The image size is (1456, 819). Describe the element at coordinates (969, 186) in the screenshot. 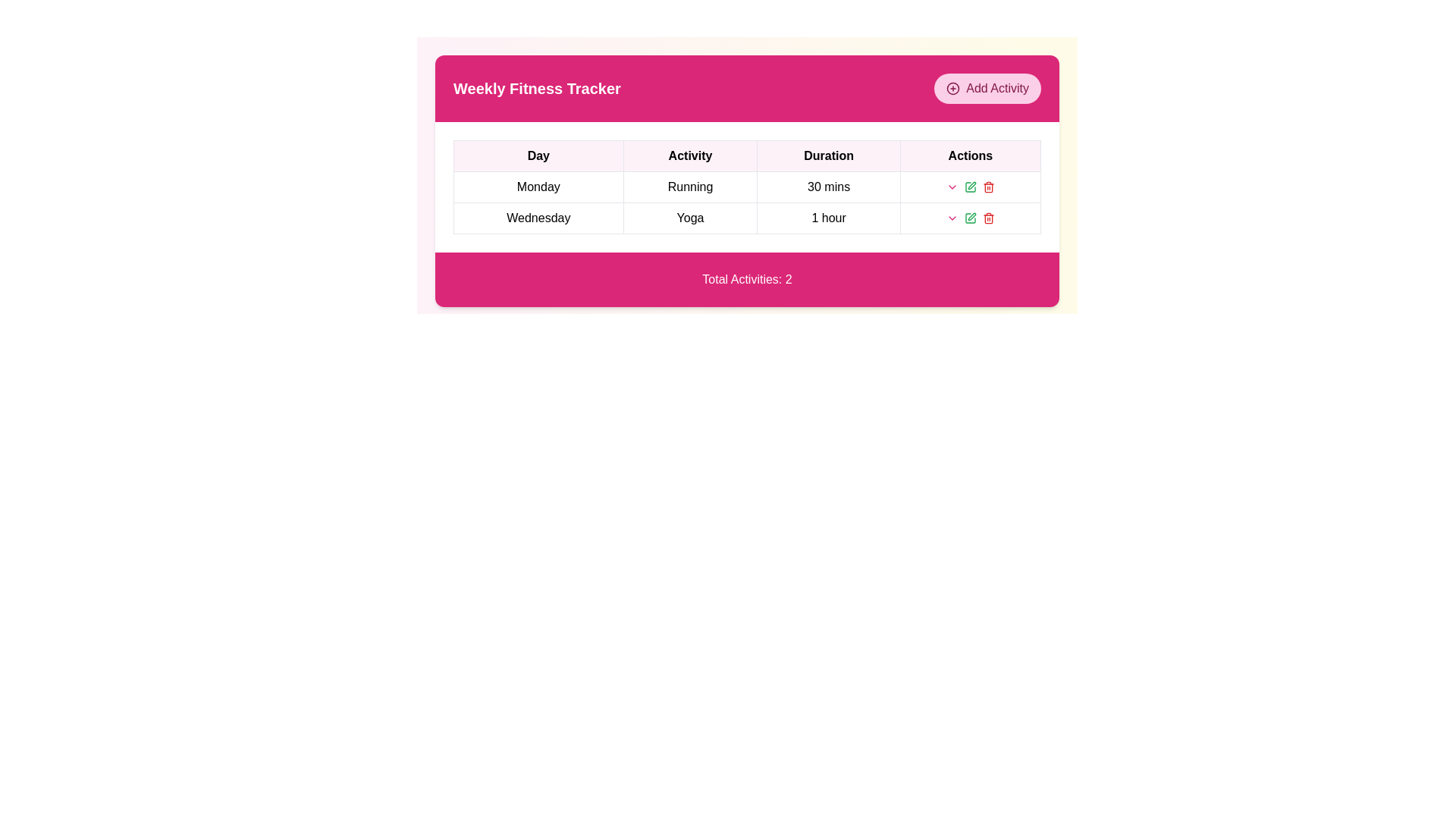

I see `the green square icon resembling a pen in the 'Actions' column of the second row (Yoga) of the table to initiate editing` at that location.